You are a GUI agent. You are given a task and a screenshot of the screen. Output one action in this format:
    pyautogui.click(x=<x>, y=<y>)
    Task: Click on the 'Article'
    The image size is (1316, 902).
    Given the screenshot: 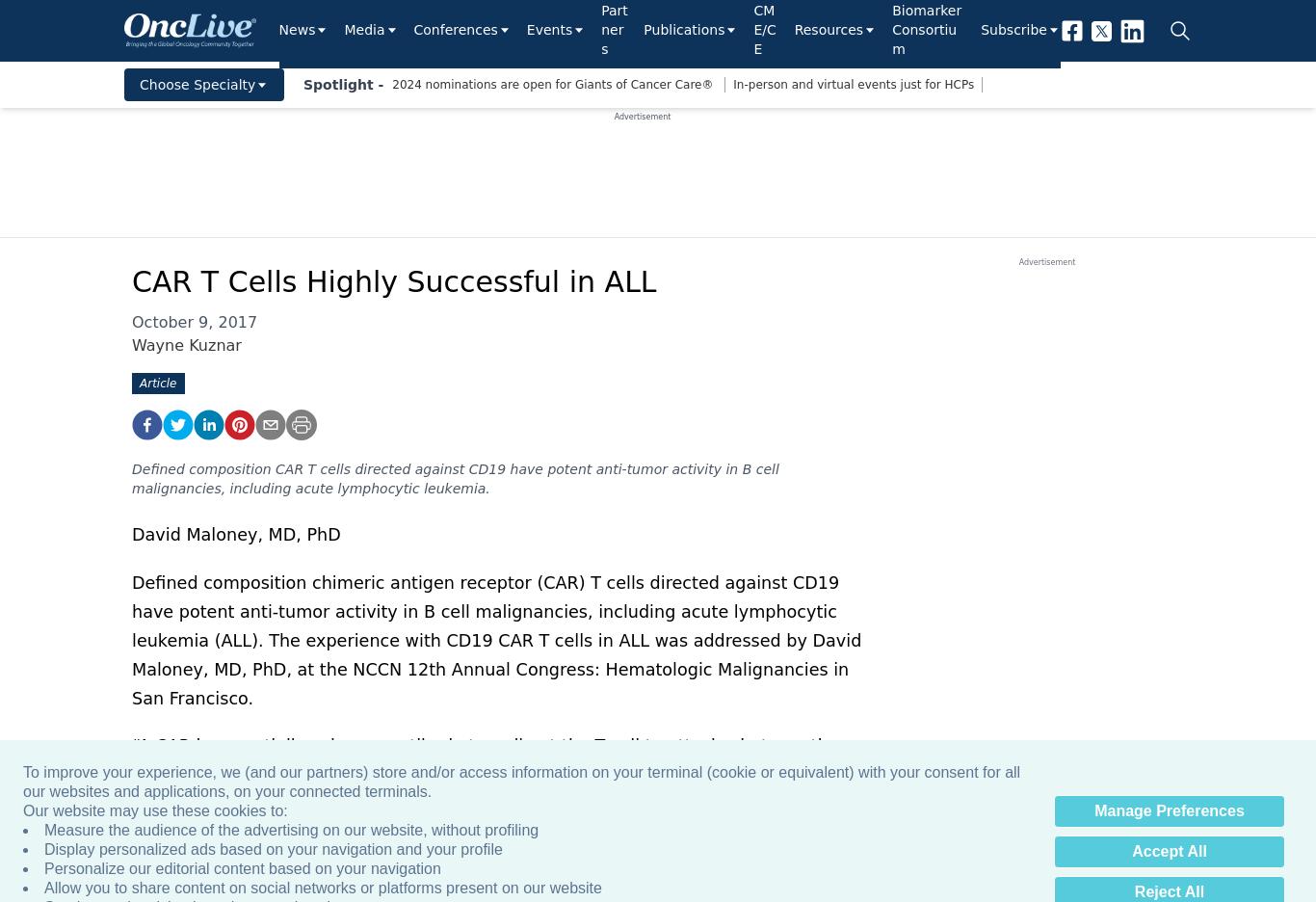 What is the action you would take?
    pyautogui.click(x=138, y=382)
    